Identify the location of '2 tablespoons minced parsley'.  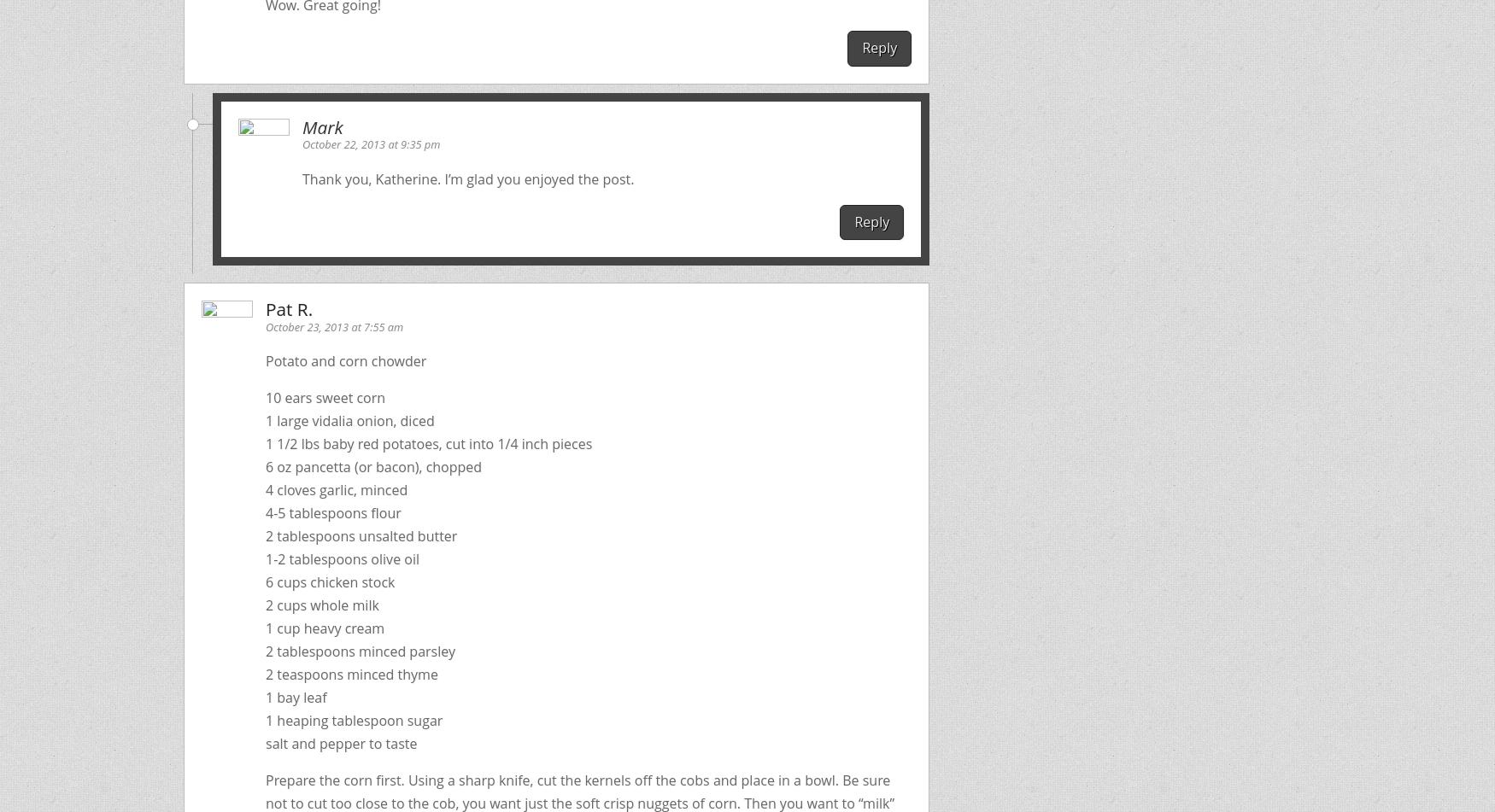
(264, 650).